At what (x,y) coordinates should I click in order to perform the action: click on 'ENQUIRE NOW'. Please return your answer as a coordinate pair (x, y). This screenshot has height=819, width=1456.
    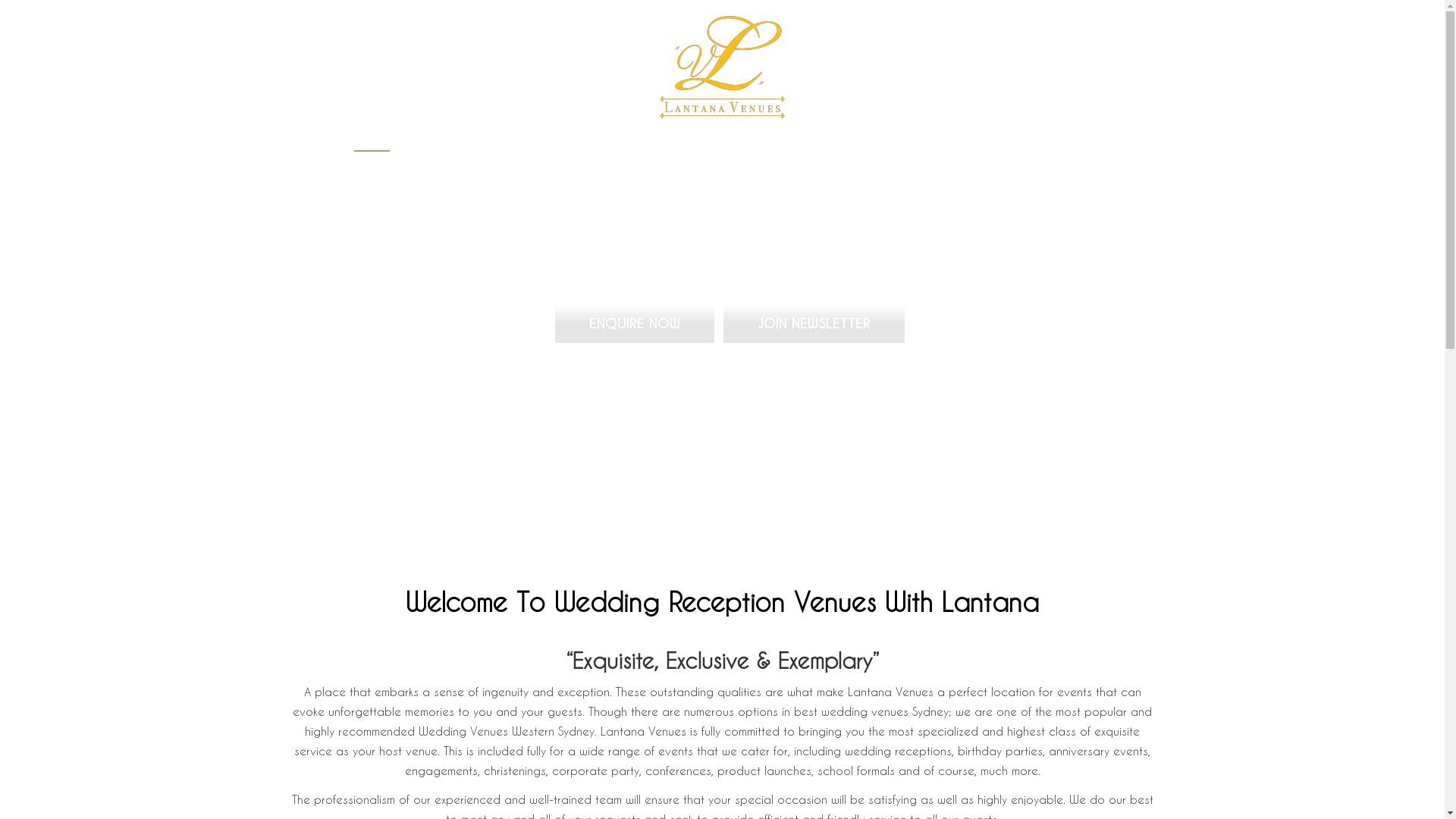
    Looking at the image, I should click on (633, 322).